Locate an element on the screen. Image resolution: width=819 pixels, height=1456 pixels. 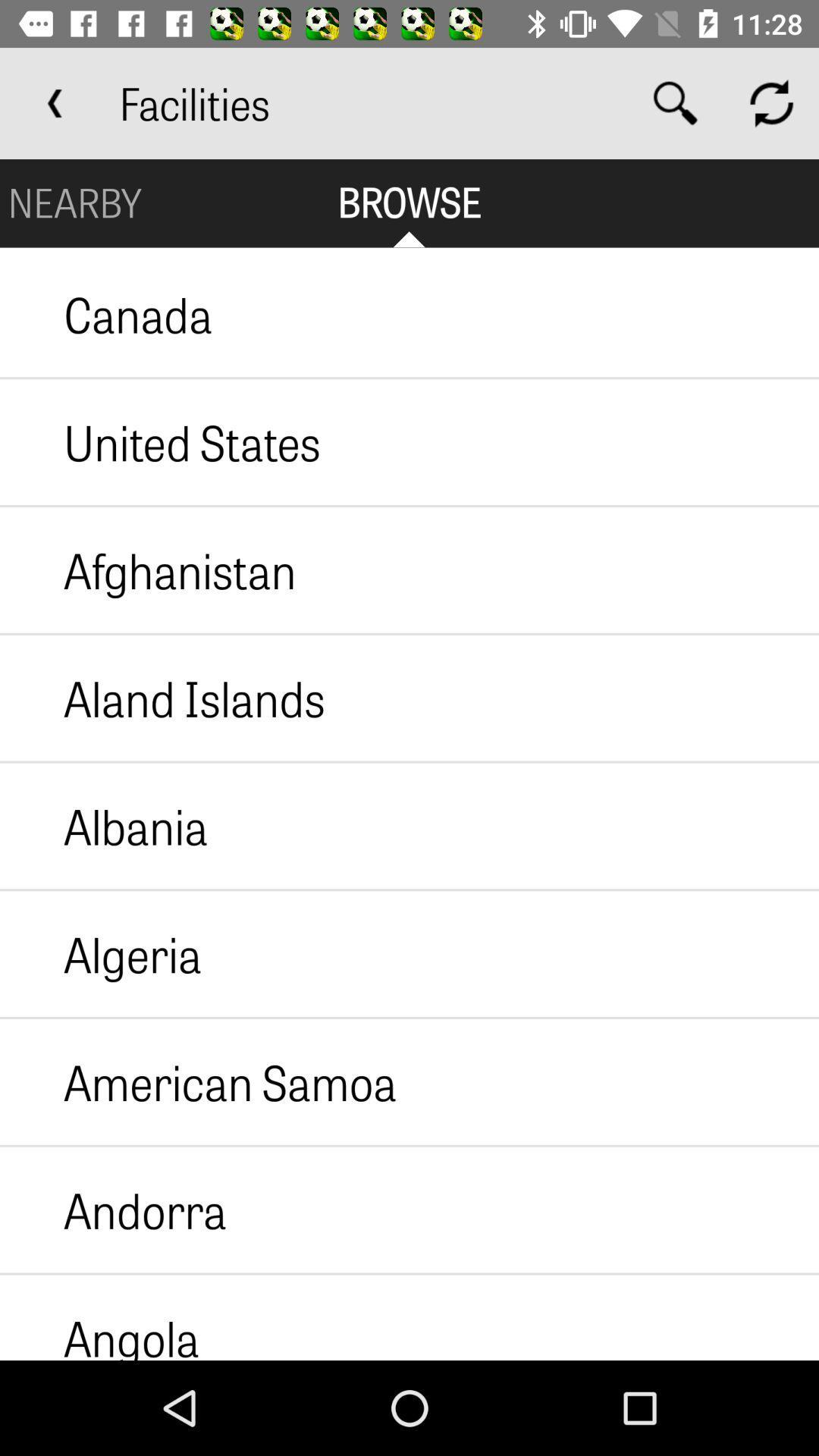
the afghanistan is located at coordinates (148, 569).